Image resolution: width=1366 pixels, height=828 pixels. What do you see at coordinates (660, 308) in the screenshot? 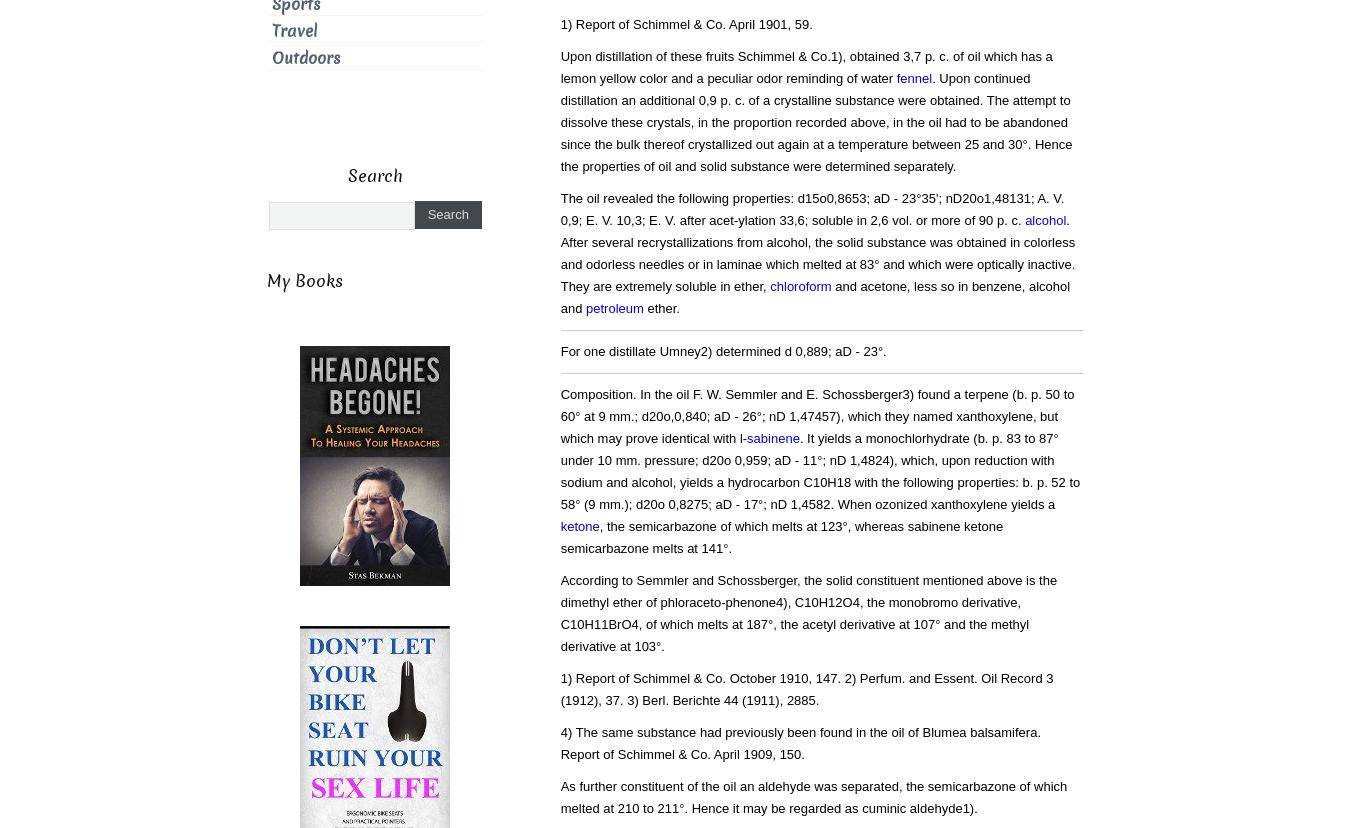
I see `'ether.'` at bounding box center [660, 308].